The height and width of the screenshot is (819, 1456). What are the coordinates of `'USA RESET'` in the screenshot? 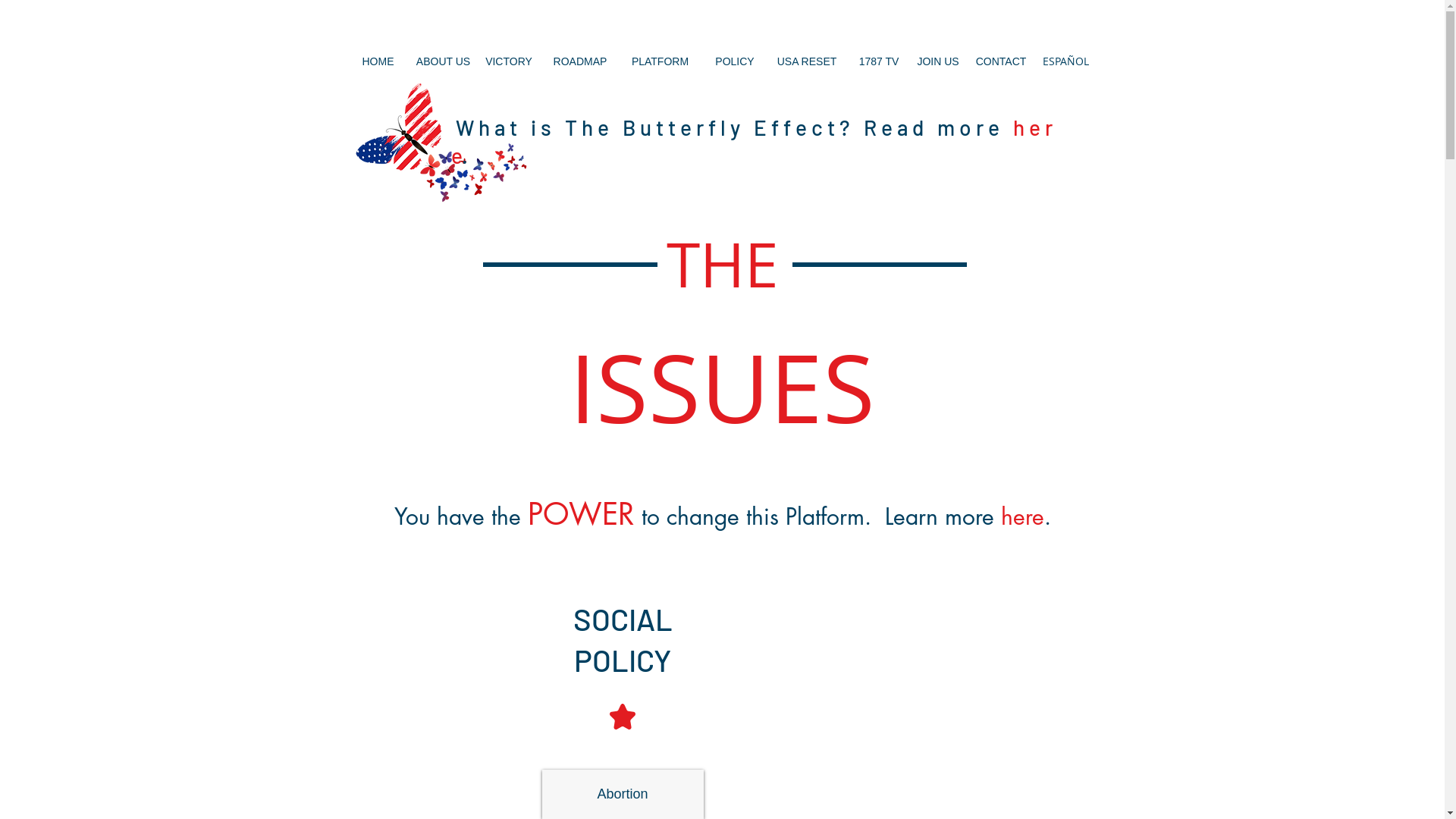 It's located at (806, 60).